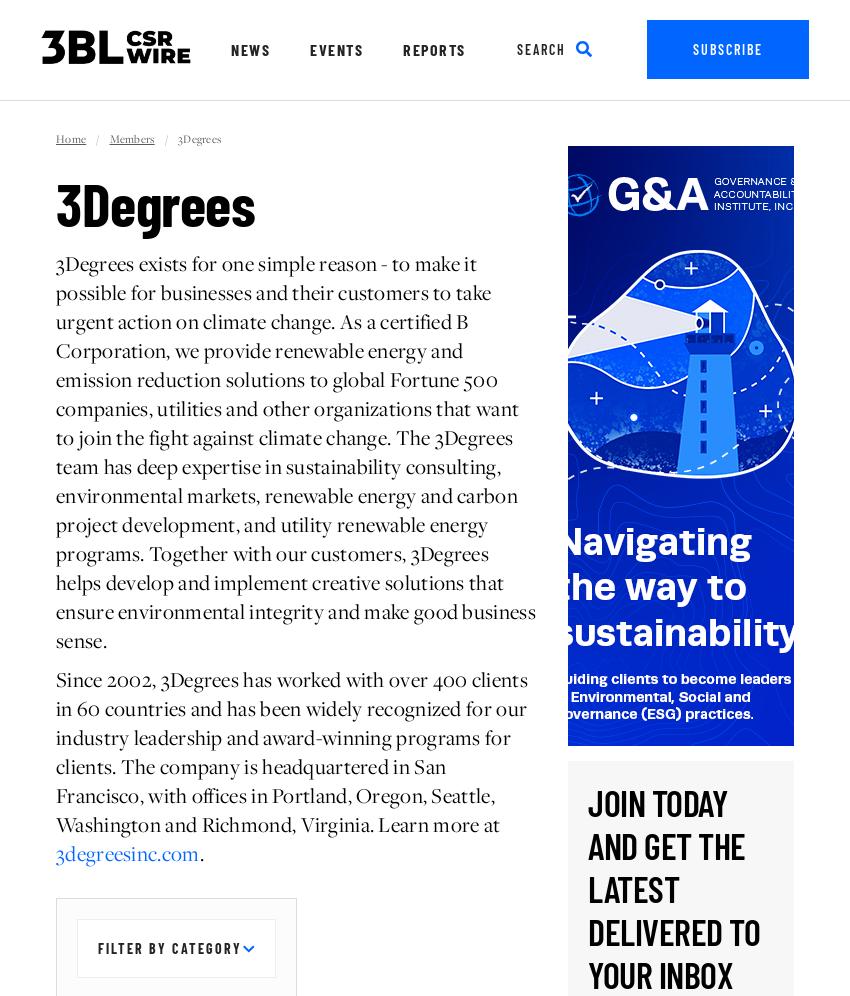 This screenshot has width=850, height=996. Describe the element at coordinates (673, 887) in the screenshot. I see `'Join today and get the latest delivered to your inbox'` at that location.